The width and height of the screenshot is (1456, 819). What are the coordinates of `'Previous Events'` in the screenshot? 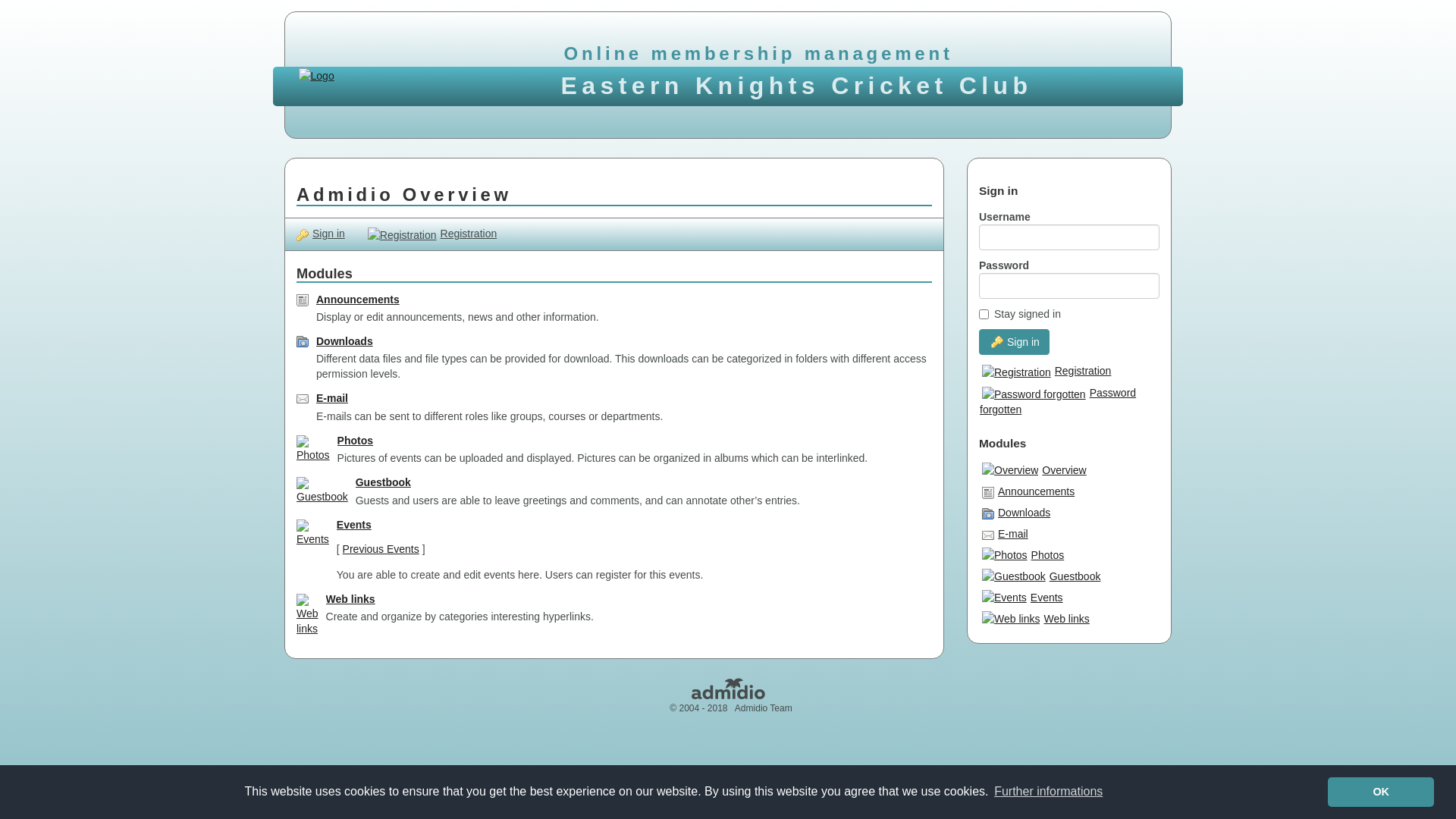 It's located at (381, 549).